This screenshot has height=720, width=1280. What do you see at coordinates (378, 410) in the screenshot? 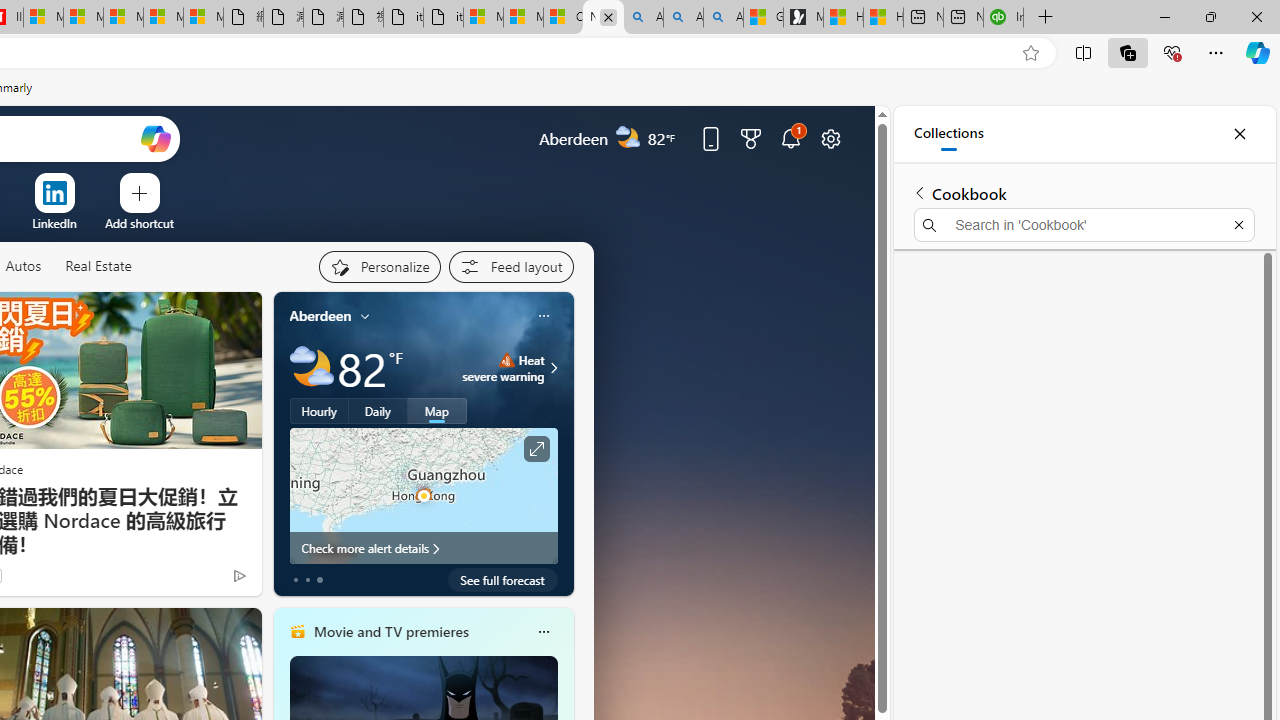
I see `'Daily'` at bounding box center [378, 410].